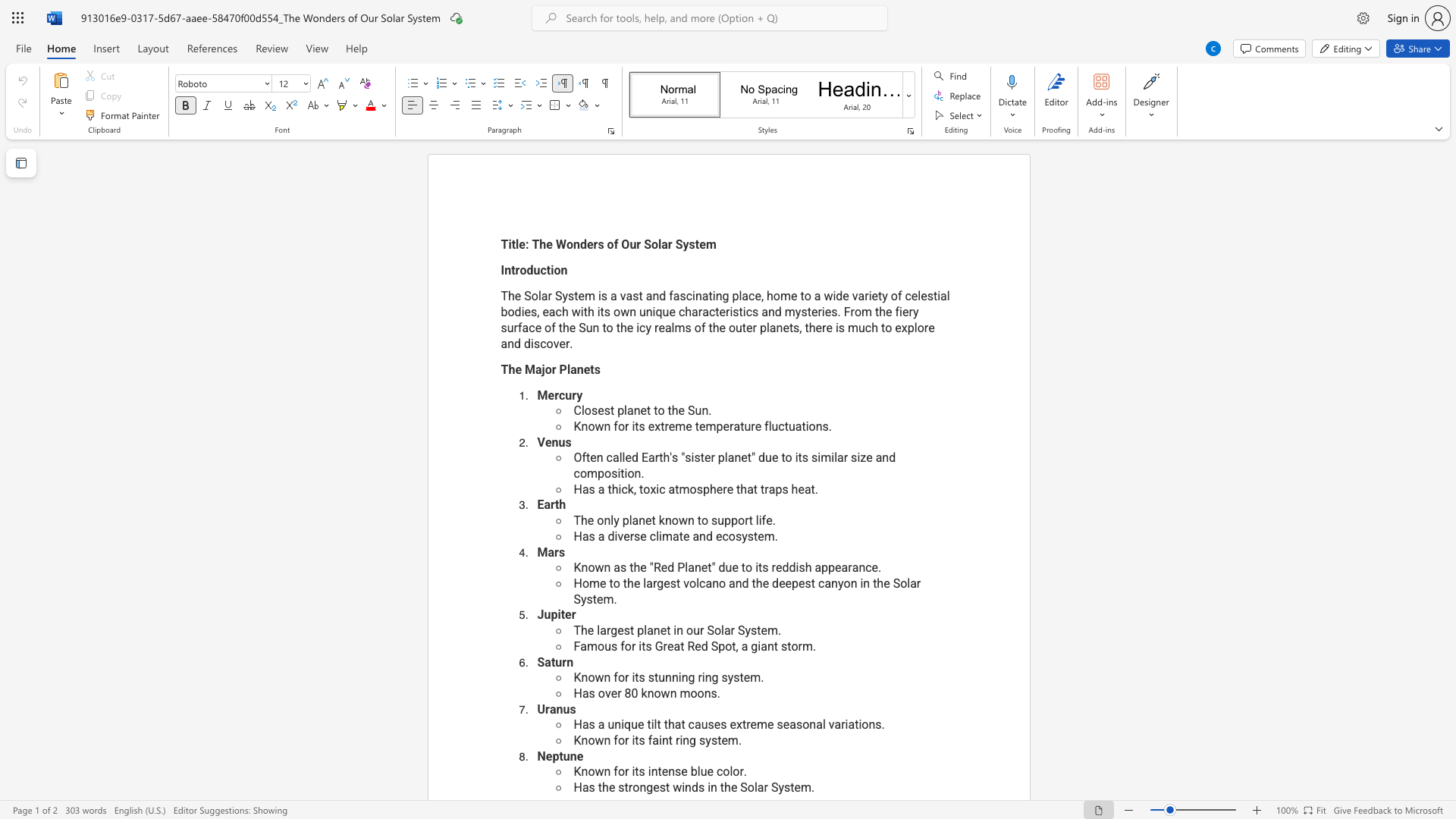 Image resolution: width=1456 pixels, height=819 pixels. I want to click on the subset text "rodu" within the text "Introduction", so click(515, 269).